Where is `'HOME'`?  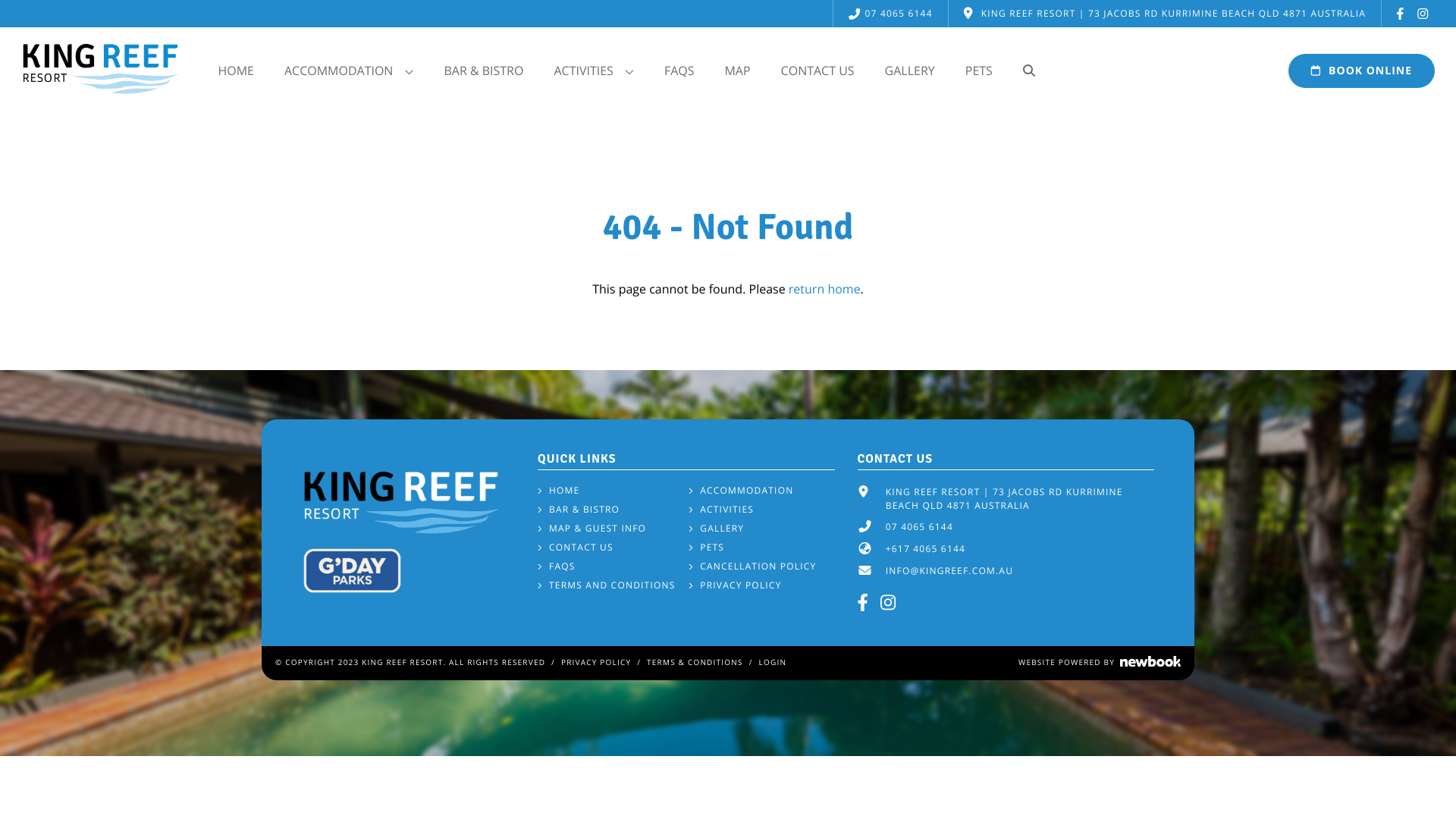 'HOME' is located at coordinates (235, 70).